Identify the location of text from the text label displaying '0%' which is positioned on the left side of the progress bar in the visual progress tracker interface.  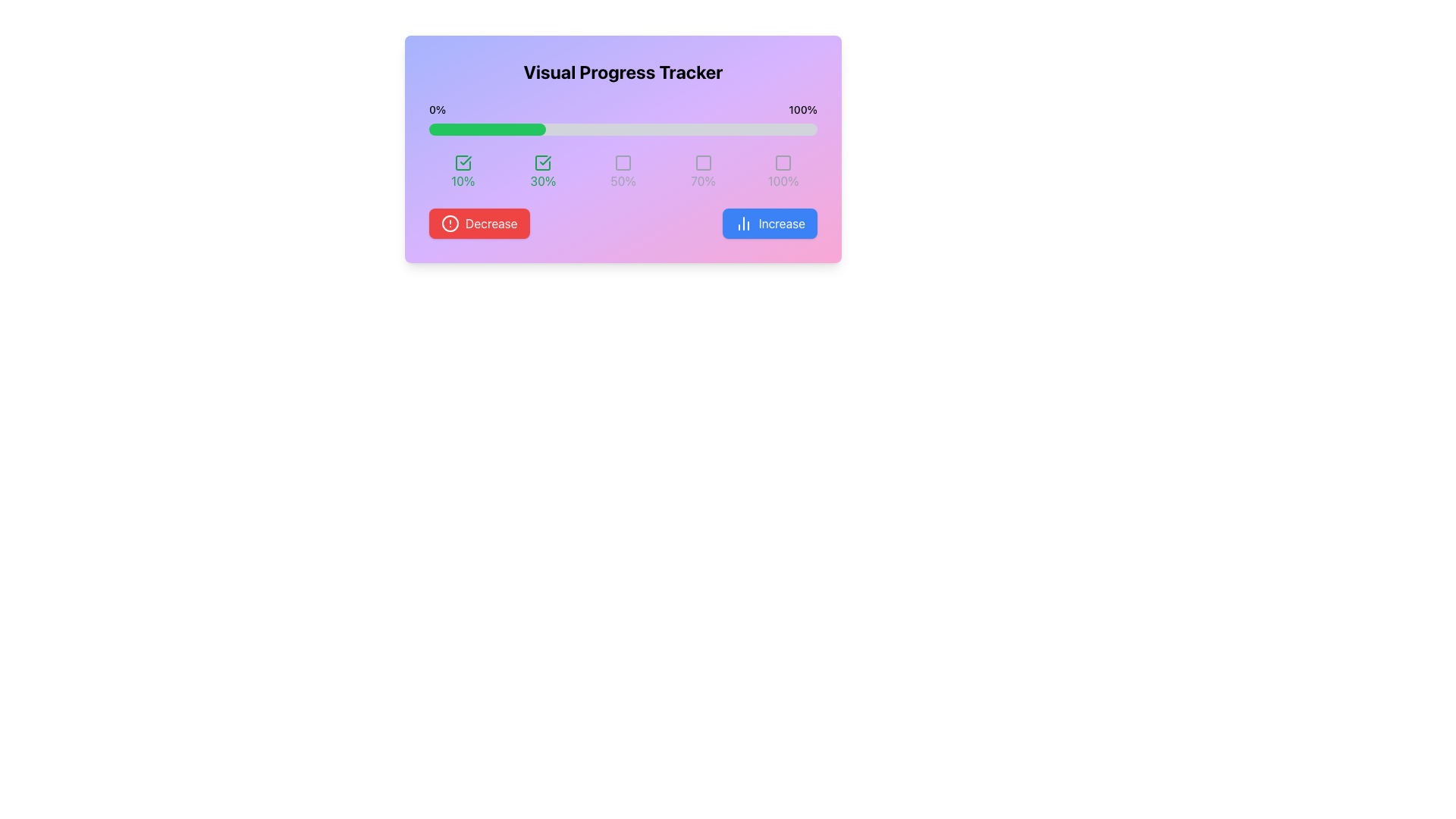
(437, 109).